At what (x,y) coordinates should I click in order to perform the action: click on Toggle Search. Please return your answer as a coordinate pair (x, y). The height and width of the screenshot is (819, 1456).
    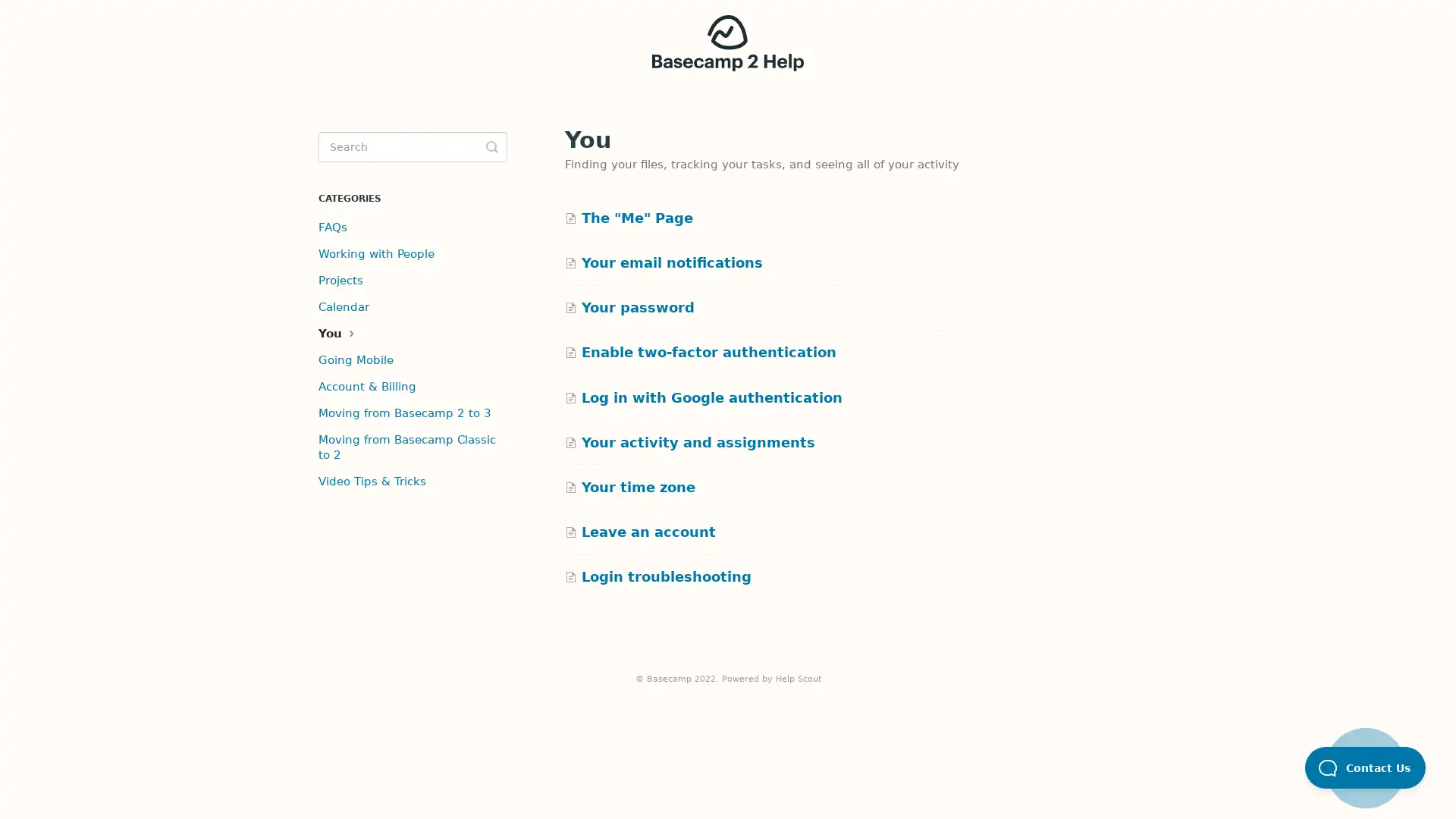
    Looking at the image, I should click on (491, 146).